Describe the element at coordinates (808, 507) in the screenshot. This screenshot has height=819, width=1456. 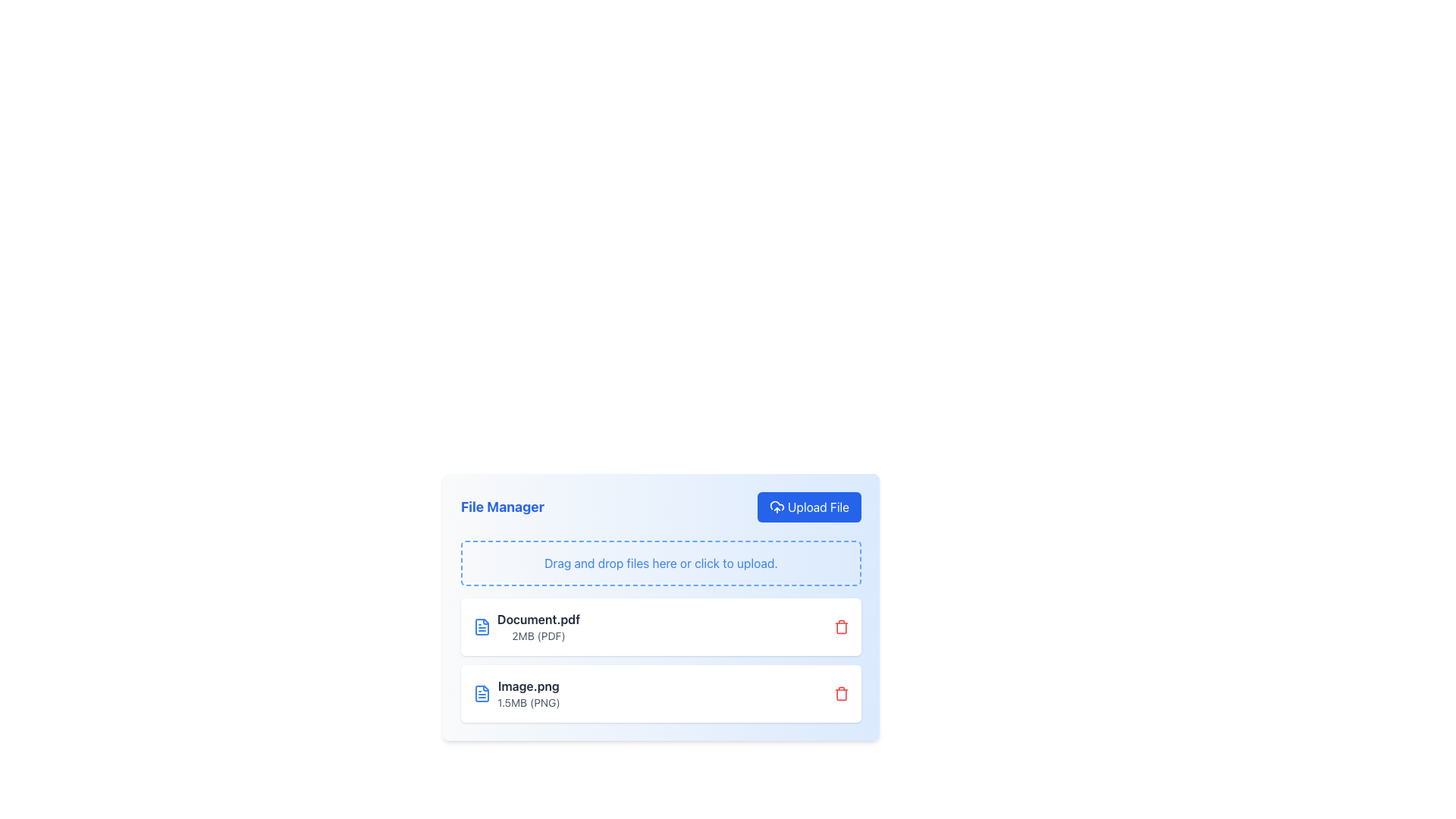
I see `the rounded rectangular button with a blue background and white text reading 'Upload File'` at that location.